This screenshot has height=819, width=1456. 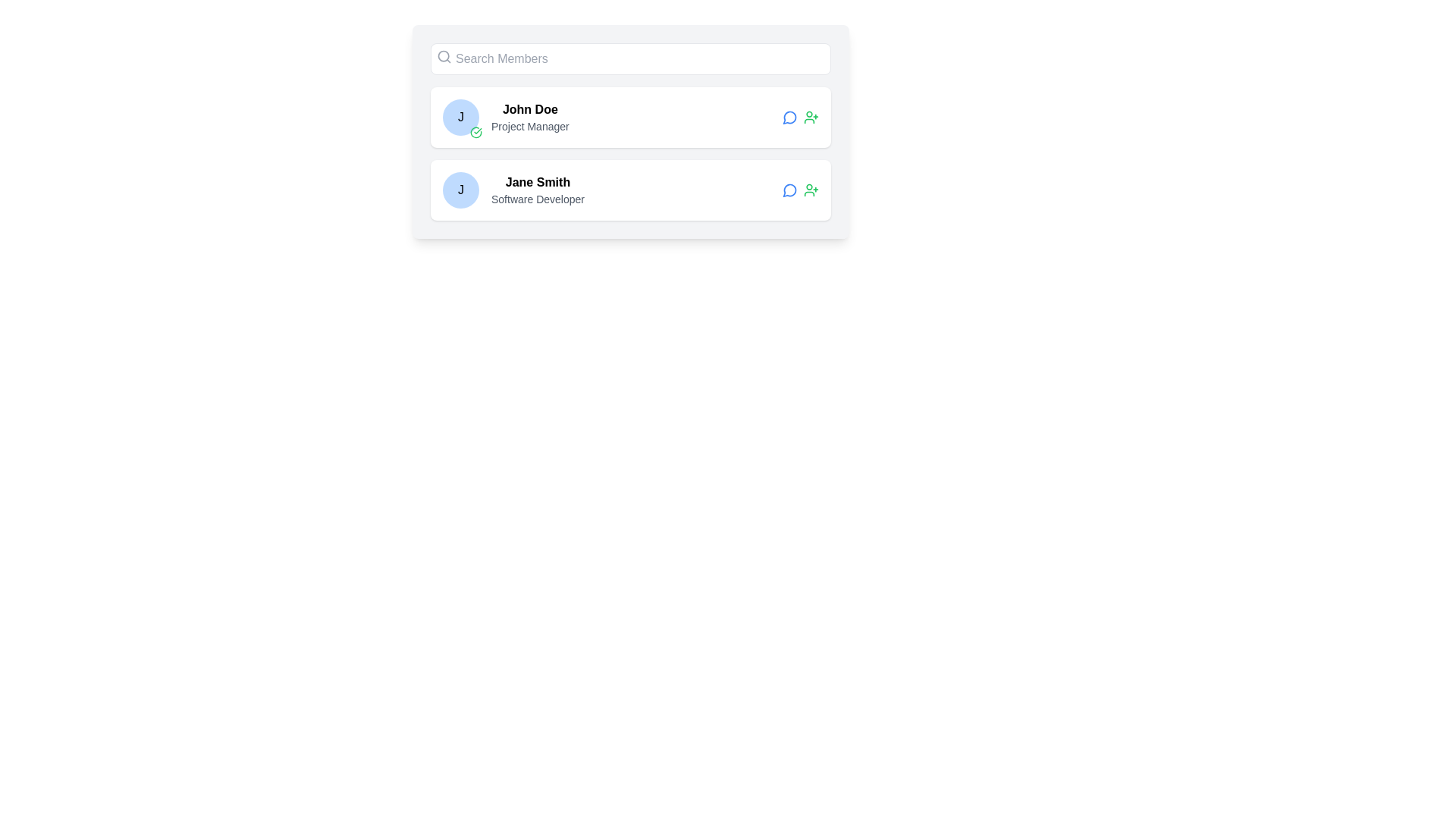 I want to click on the interaction icons on the right side of the profile card for 'Jane Smith', which is the second card in a vertically stacked list, so click(x=630, y=189).